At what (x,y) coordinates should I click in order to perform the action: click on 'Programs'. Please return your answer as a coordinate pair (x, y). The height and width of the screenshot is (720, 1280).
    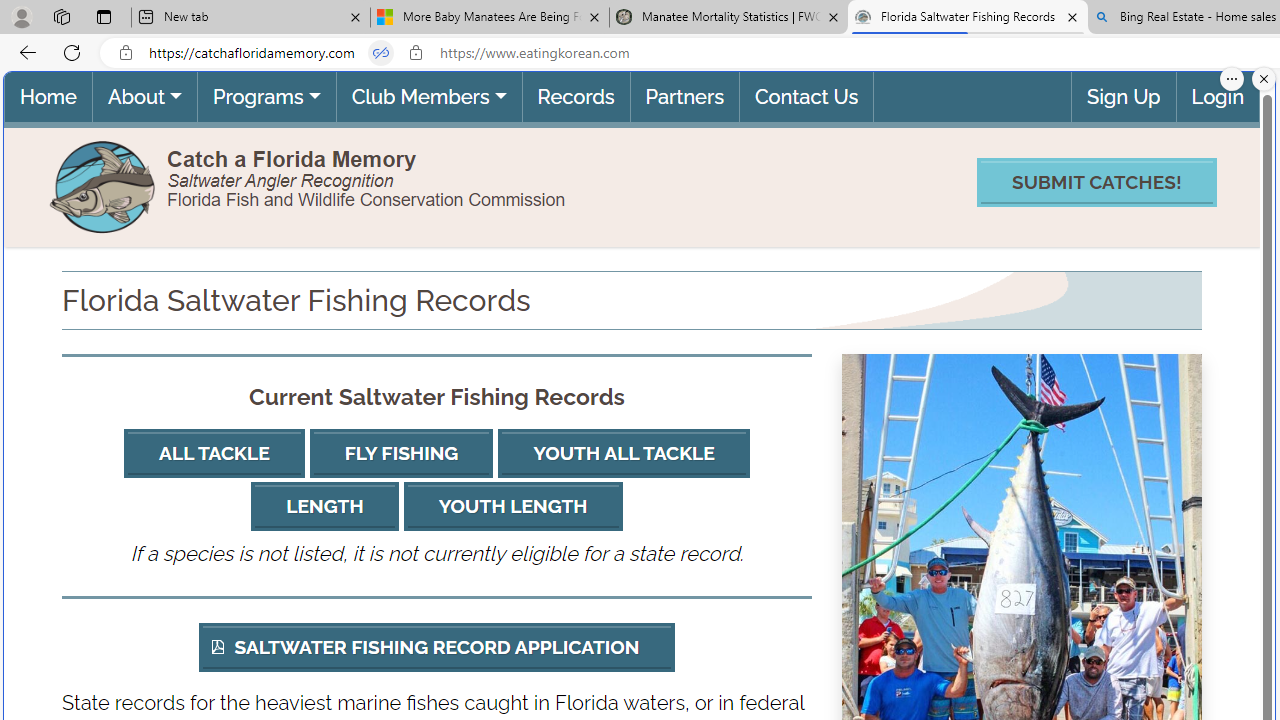
    Looking at the image, I should click on (265, 96).